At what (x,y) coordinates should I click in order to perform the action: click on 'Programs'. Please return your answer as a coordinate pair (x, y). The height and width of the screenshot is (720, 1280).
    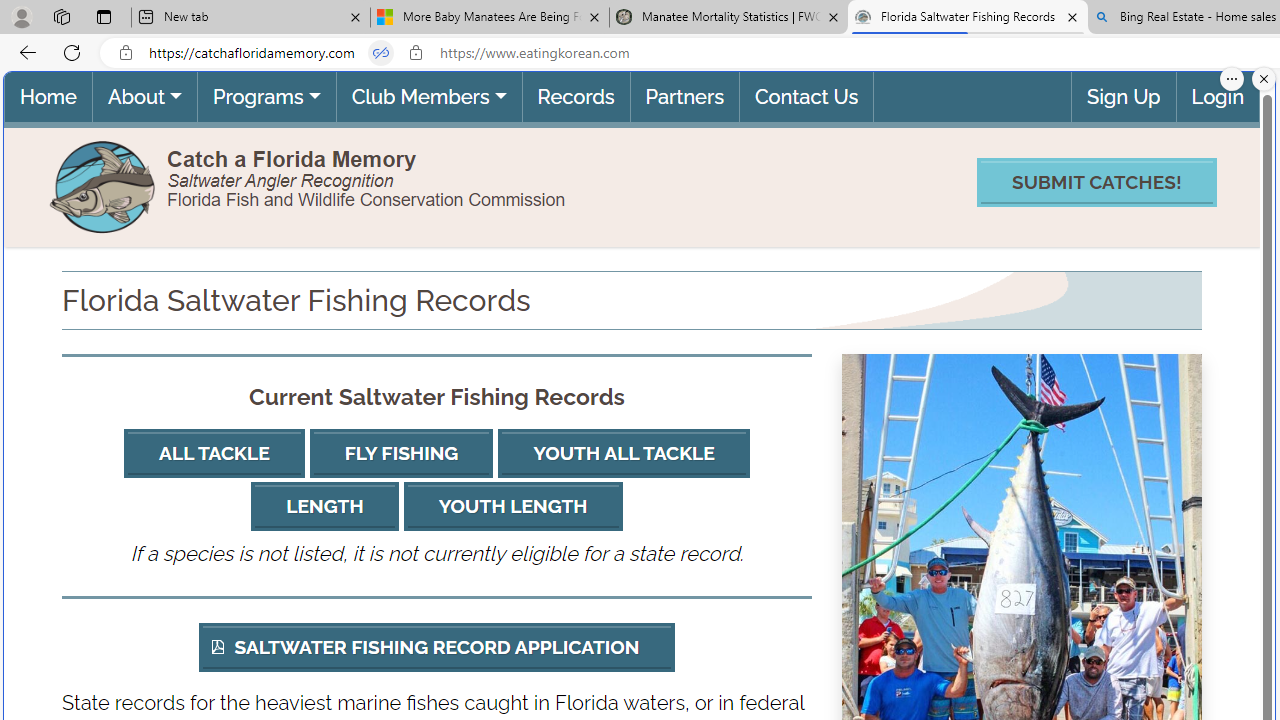
    Looking at the image, I should click on (265, 96).